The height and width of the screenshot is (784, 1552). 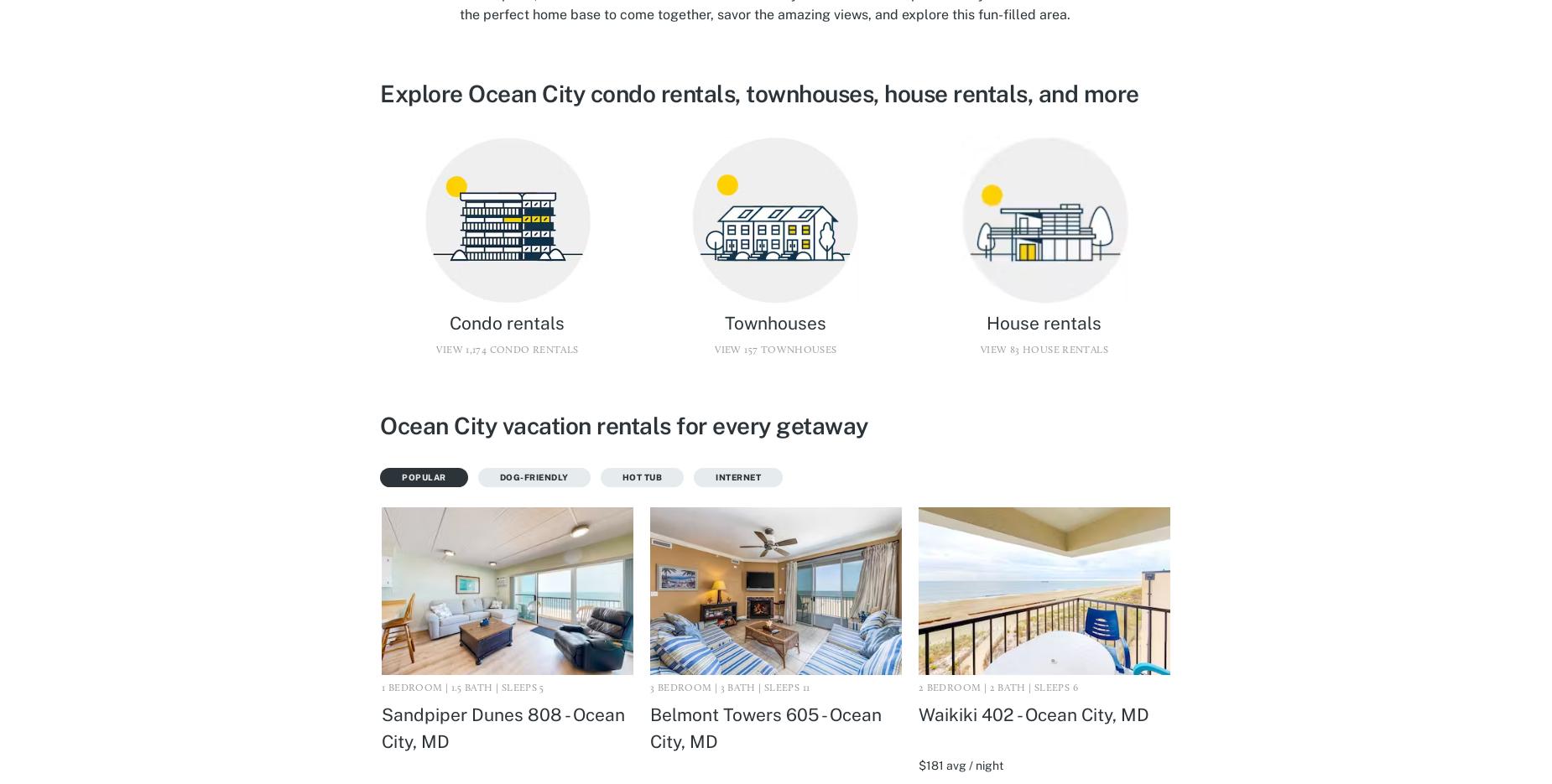 What do you see at coordinates (462, 687) in the screenshot?
I see `'1 Bedroom | 1.5 Bath | Sleeps 5'` at bounding box center [462, 687].